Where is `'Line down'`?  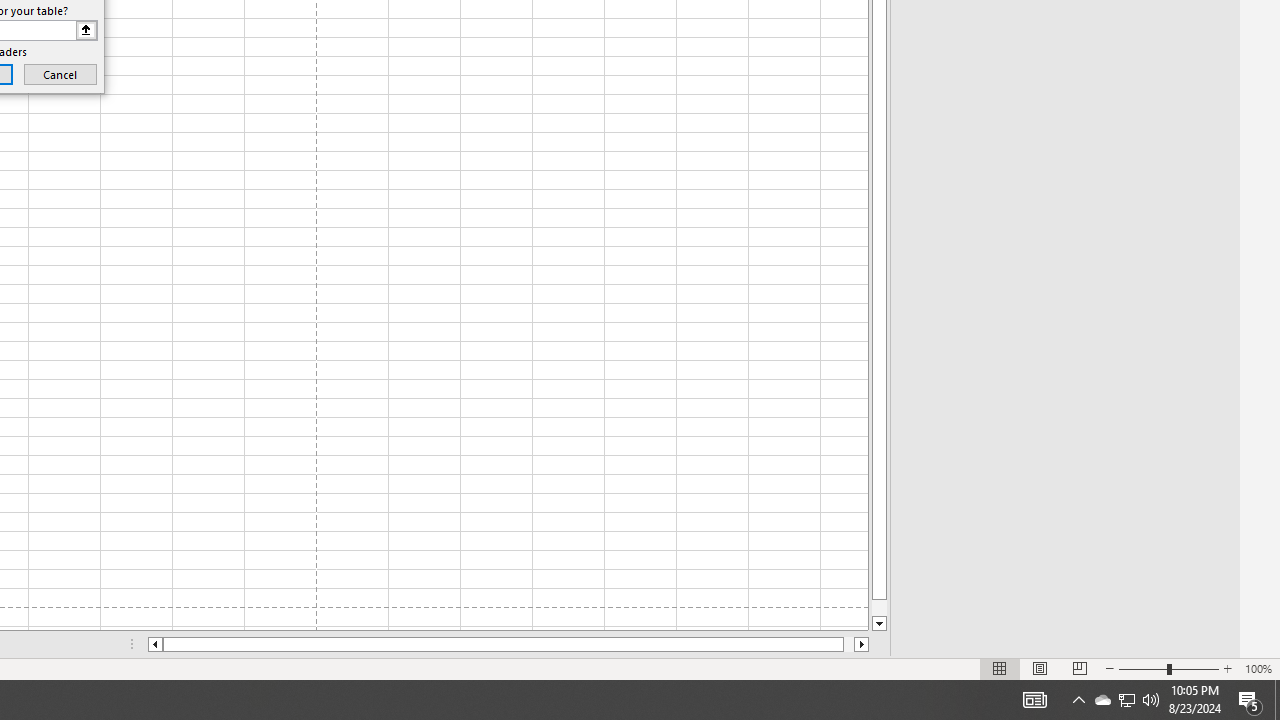 'Line down' is located at coordinates (879, 623).